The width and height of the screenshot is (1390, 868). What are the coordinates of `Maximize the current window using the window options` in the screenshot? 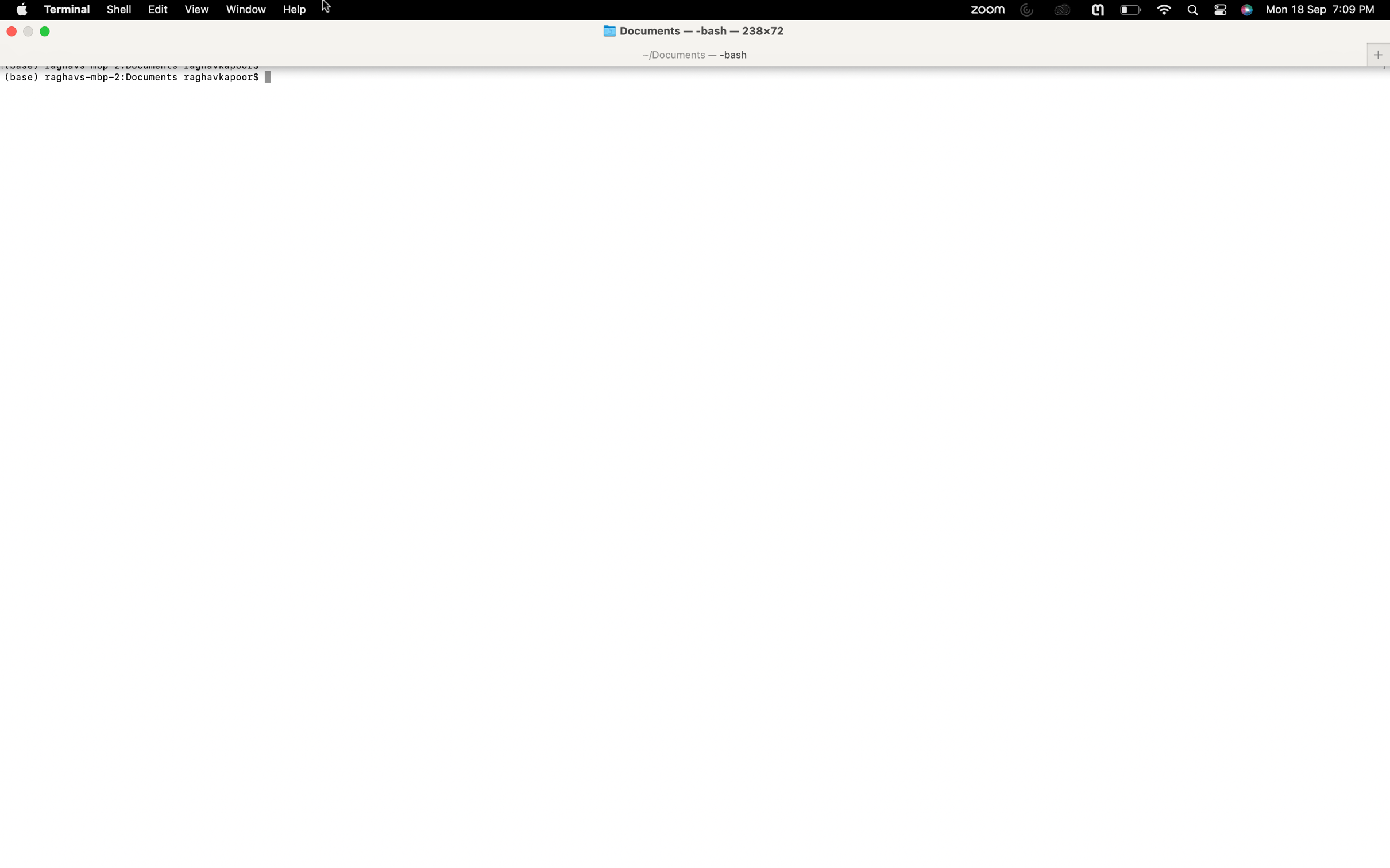 It's located at (245, 10).